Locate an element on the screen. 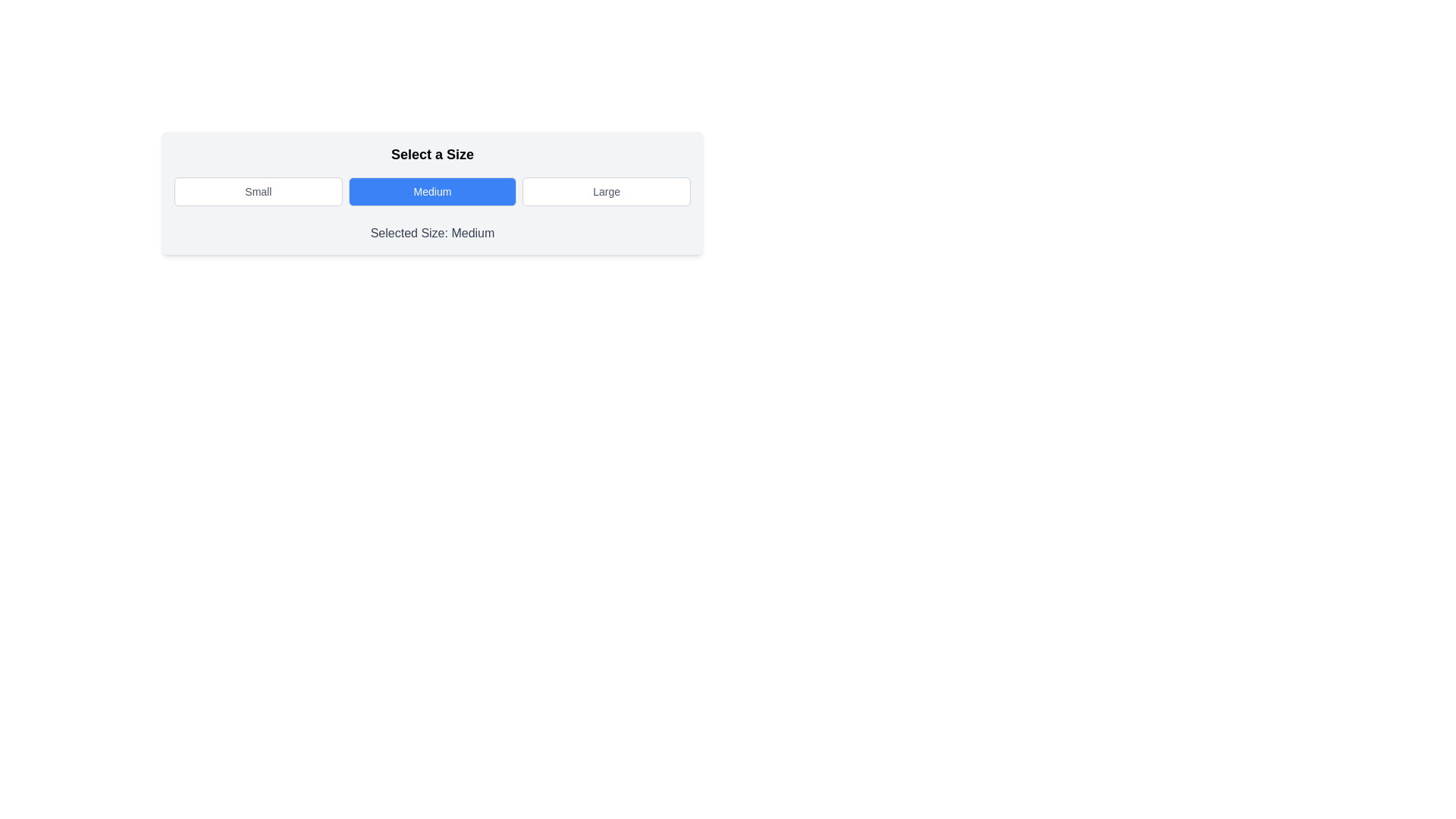 The image size is (1456, 819). the text label displaying 'Selected Size: Medium', which is styled in gray and located beneath the size selection buttons is located at coordinates (431, 234).